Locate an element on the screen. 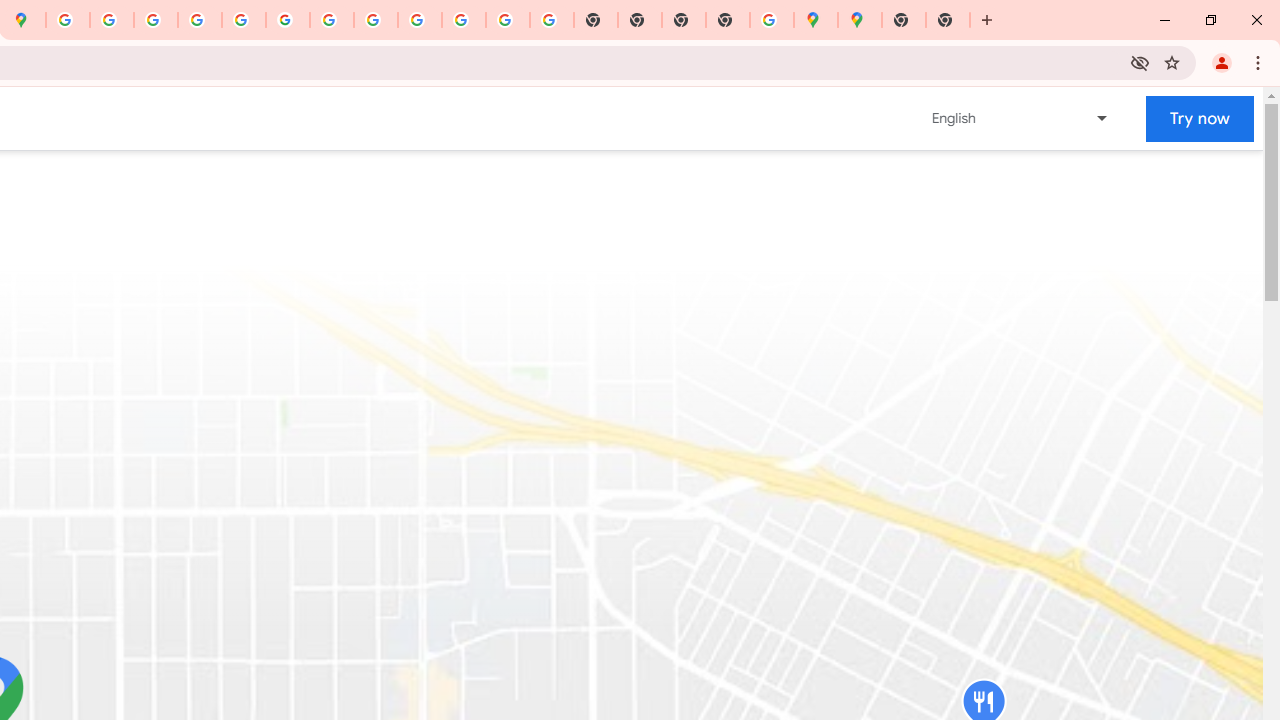  'New Tab' is located at coordinates (946, 20).